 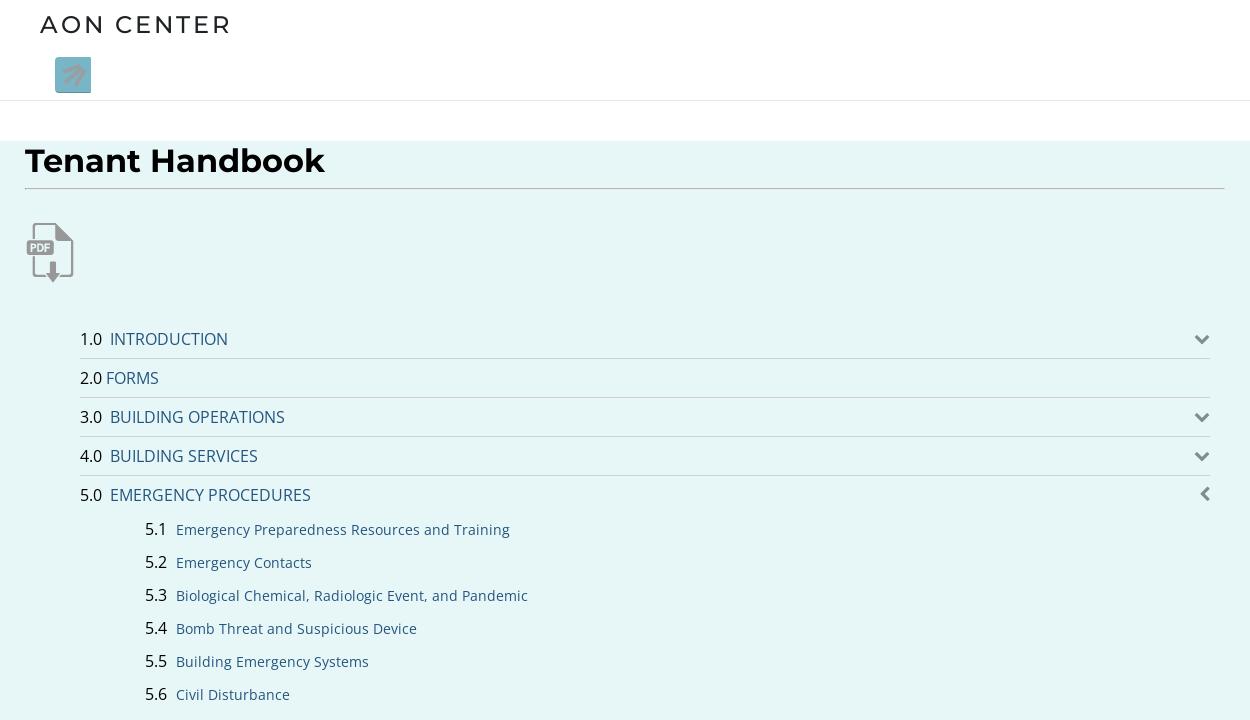 What do you see at coordinates (296, 627) in the screenshot?
I see `'Bomb Threat and Suspicious Device'` at bounding box center [296, 627].